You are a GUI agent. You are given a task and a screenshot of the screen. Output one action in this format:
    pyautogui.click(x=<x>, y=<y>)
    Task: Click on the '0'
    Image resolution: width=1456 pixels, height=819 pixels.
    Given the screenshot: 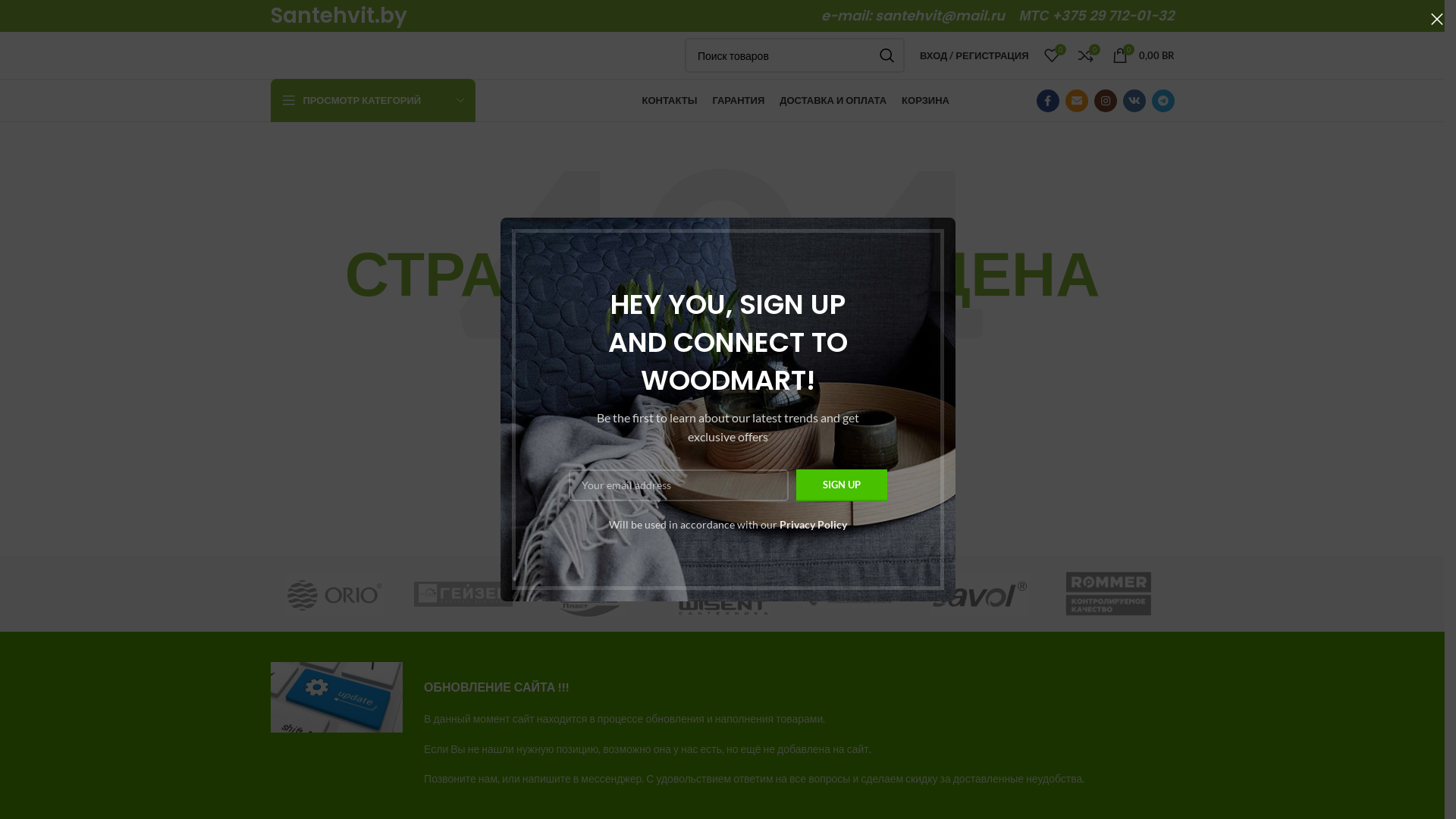 What is the action you would take?
    pyautogui.click(x=1035, y=55)
    